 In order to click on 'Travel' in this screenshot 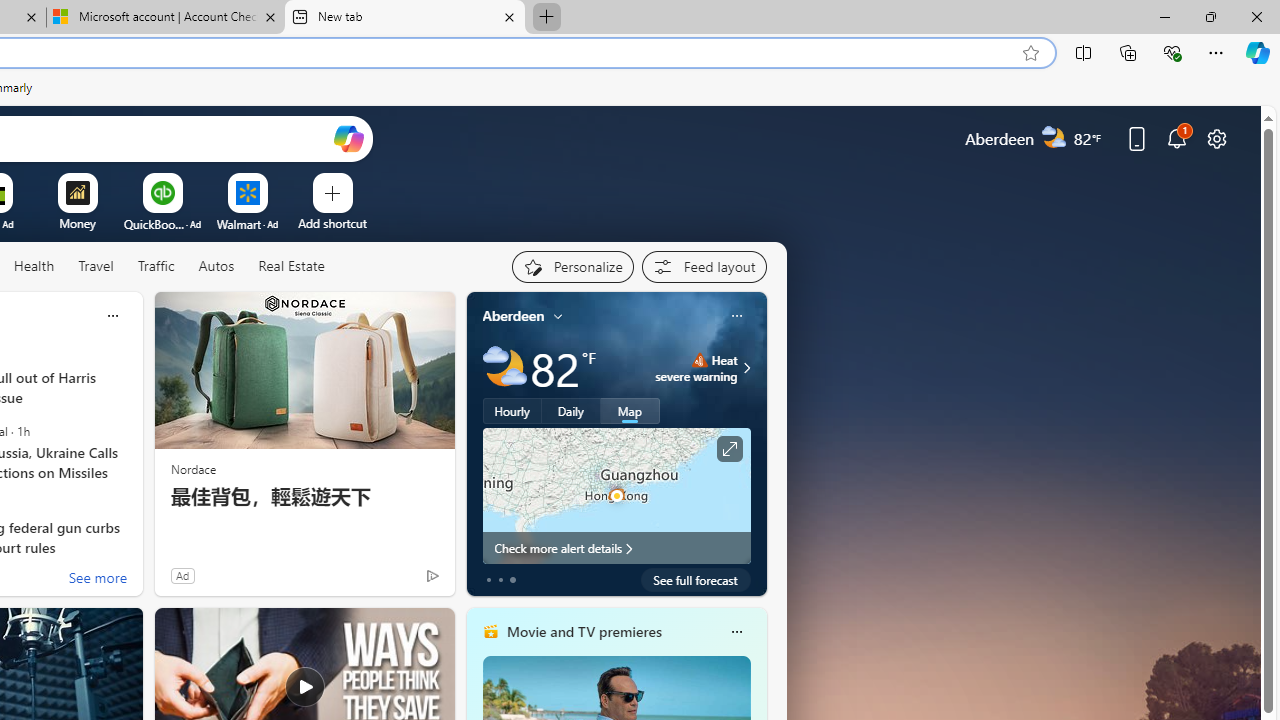, I will do `click(95, 265)`.